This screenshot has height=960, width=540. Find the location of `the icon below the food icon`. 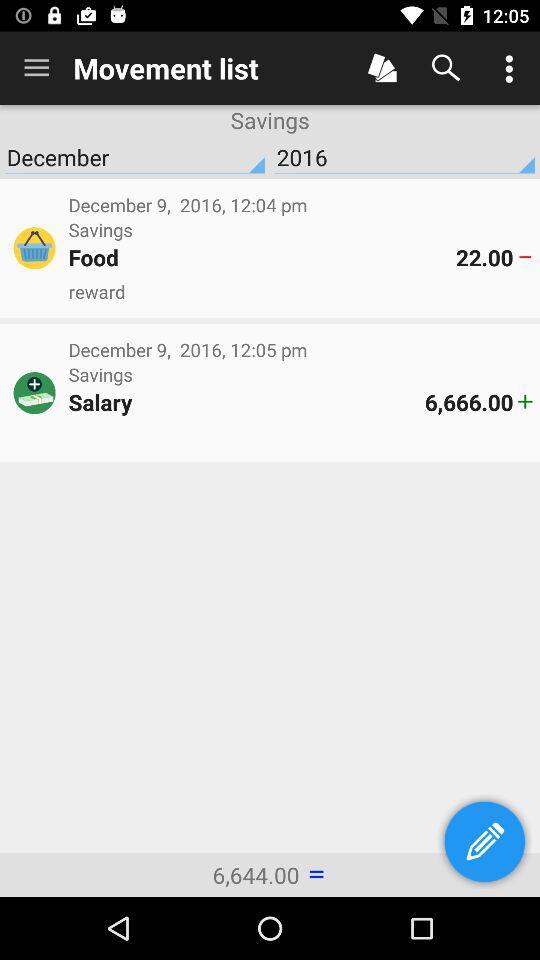

the icon below the food icon is located at coordinates (299, 290).